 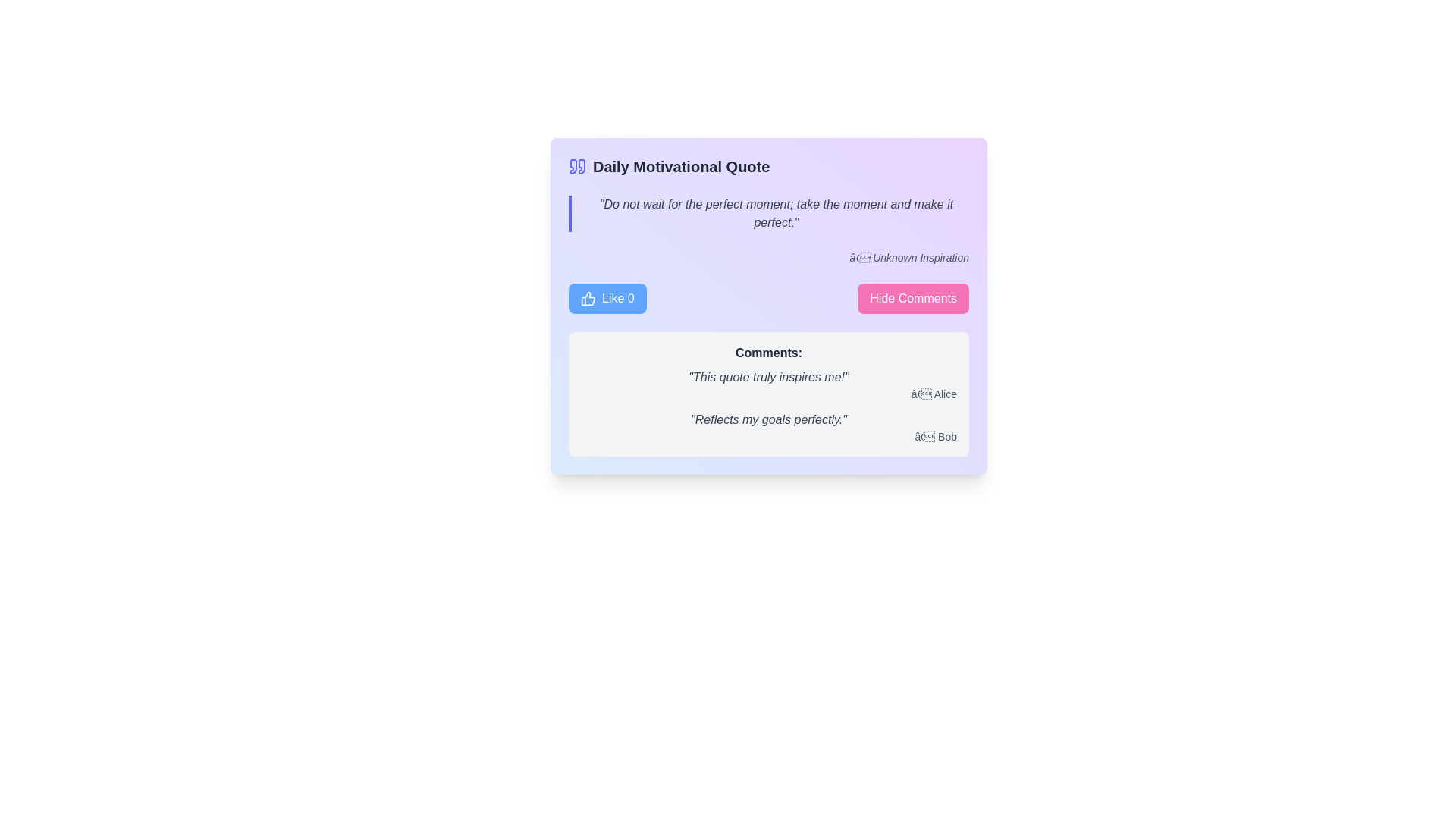 What do you see at coordinates (912, 298) in the screenshot?
I see `the interactive button located in the header section of the comment box` at bounding box center [912, 298].